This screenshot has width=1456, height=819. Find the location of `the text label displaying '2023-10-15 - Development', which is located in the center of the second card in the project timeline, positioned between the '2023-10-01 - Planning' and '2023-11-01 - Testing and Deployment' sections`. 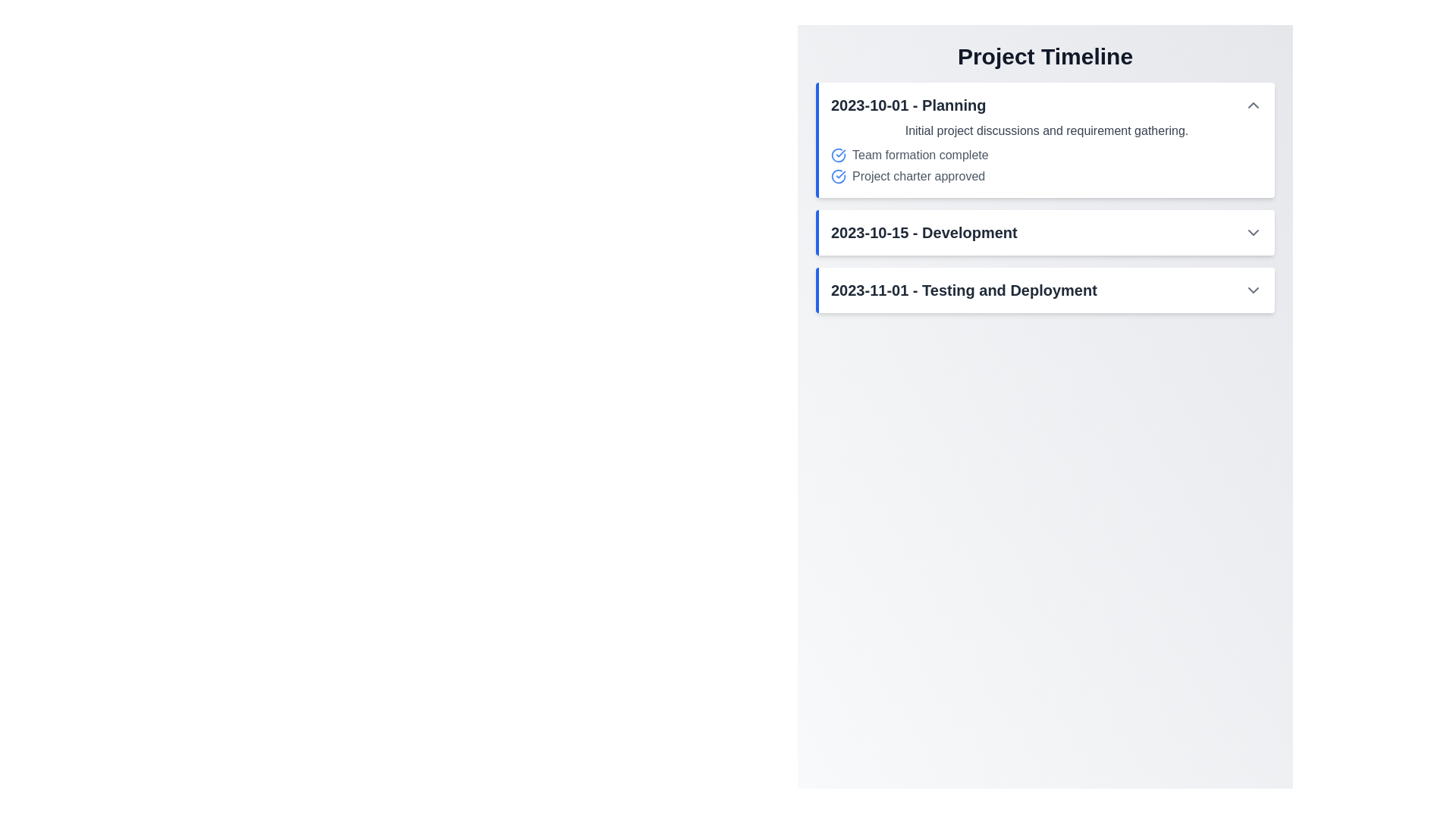

the text label displaying '2023-10-15 - Development', which is located in the center of the second card in the project timeline, positioned between the '2023-10-01 - Planning' and '2023-11-01 - Testing and Deployment' sections is located at coordinates (923, 233).